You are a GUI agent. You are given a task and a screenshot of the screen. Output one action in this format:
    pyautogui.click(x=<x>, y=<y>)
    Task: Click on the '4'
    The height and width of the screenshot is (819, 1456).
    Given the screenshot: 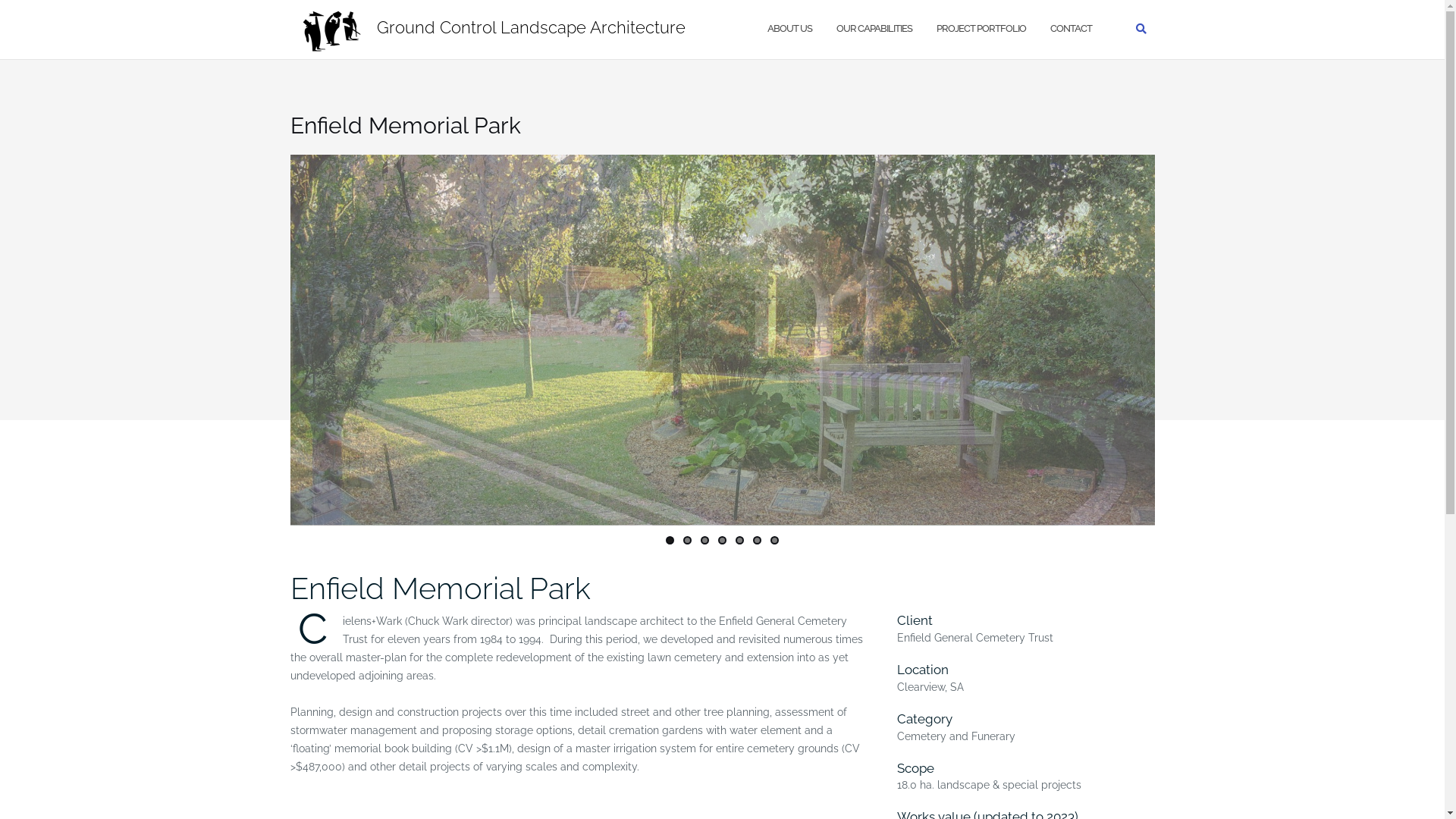 What is the action you would take?
    pyautogui.click(x=721, y=539)
    